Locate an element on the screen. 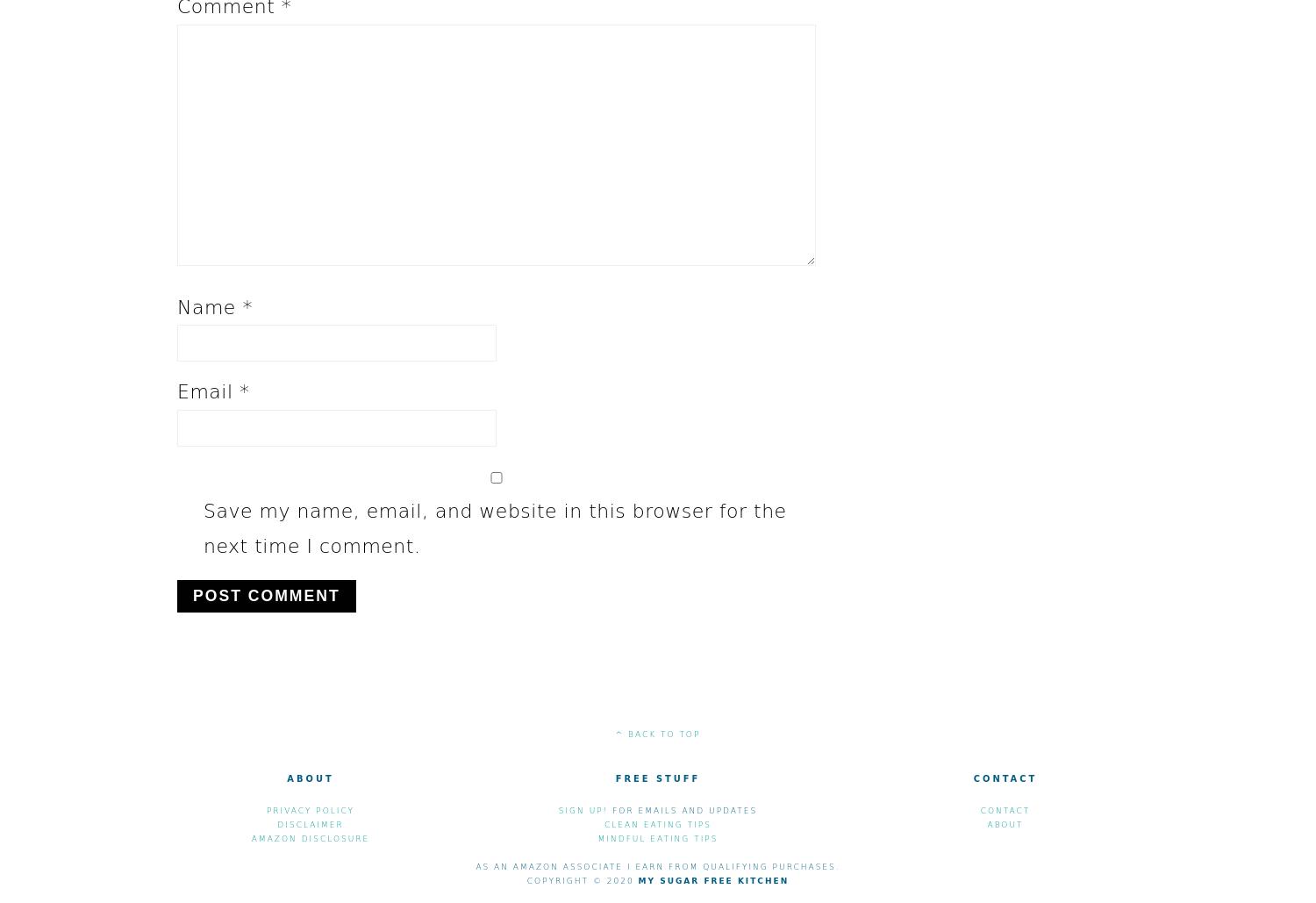 The height and width of the screenshot is (903, 1316). '^ back to top' is located at coordinates (656, 732).